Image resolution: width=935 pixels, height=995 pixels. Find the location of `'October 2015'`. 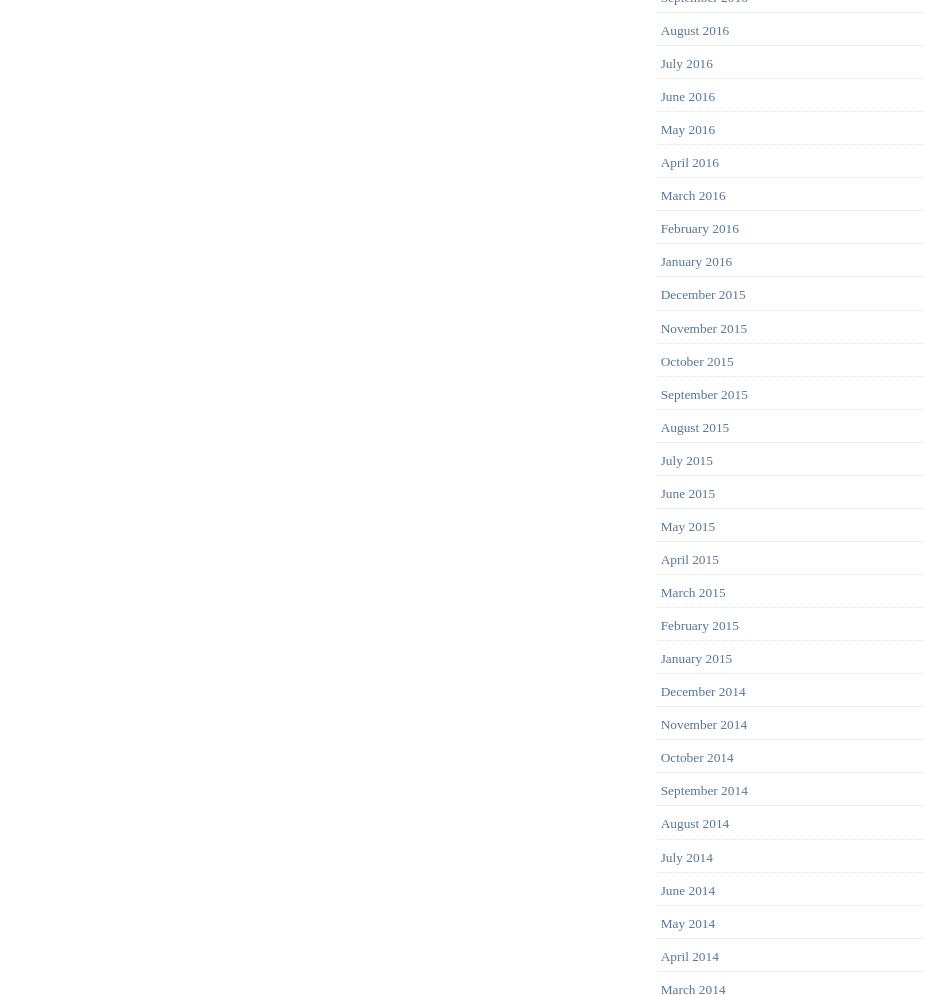

'October 2015' is located at coordinates (695, 359).